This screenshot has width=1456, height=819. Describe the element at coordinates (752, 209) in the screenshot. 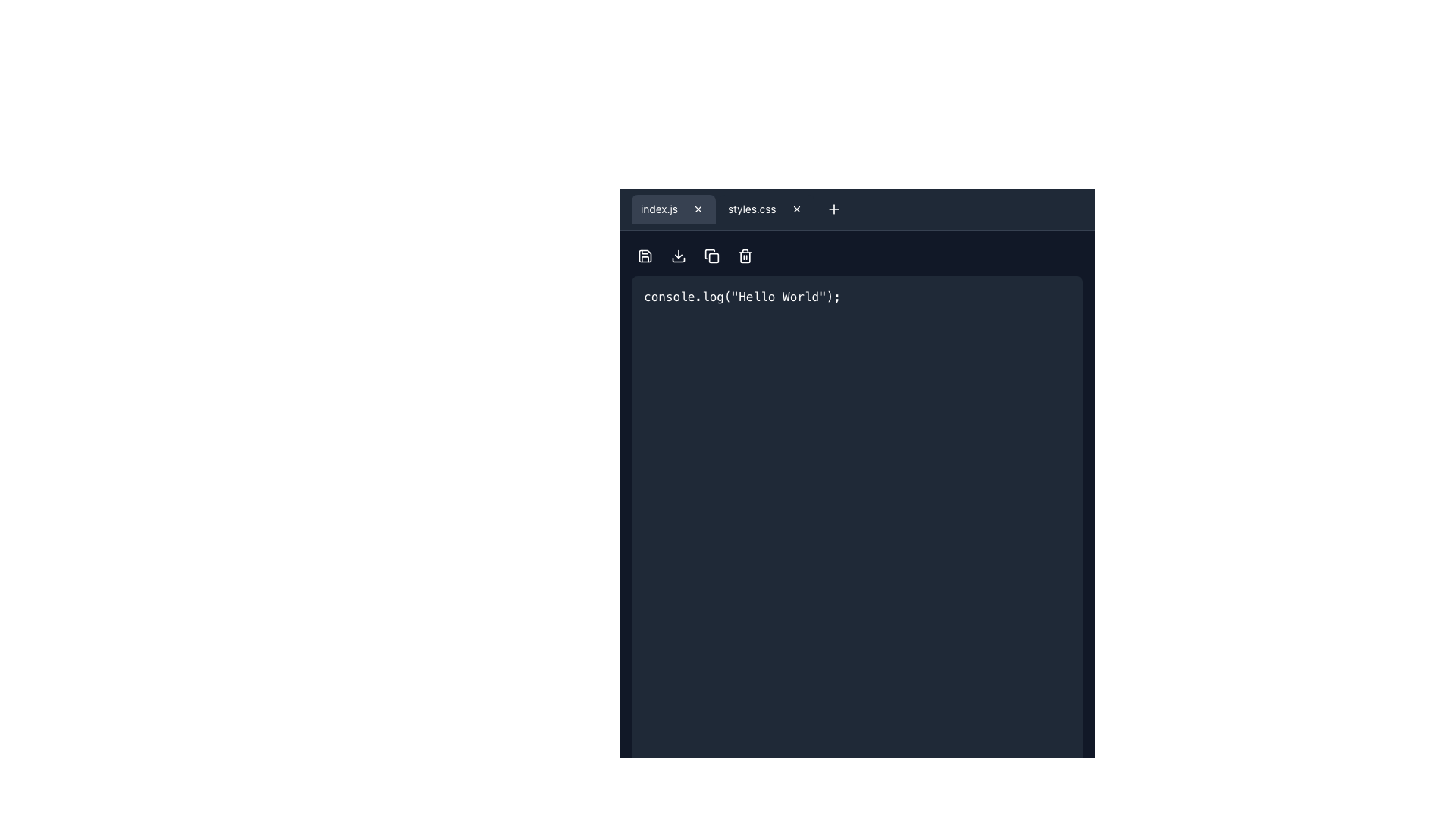

I see `the text label element that identifies the 'styles.css' tab in the navigation bar of the coding interface` at that location.